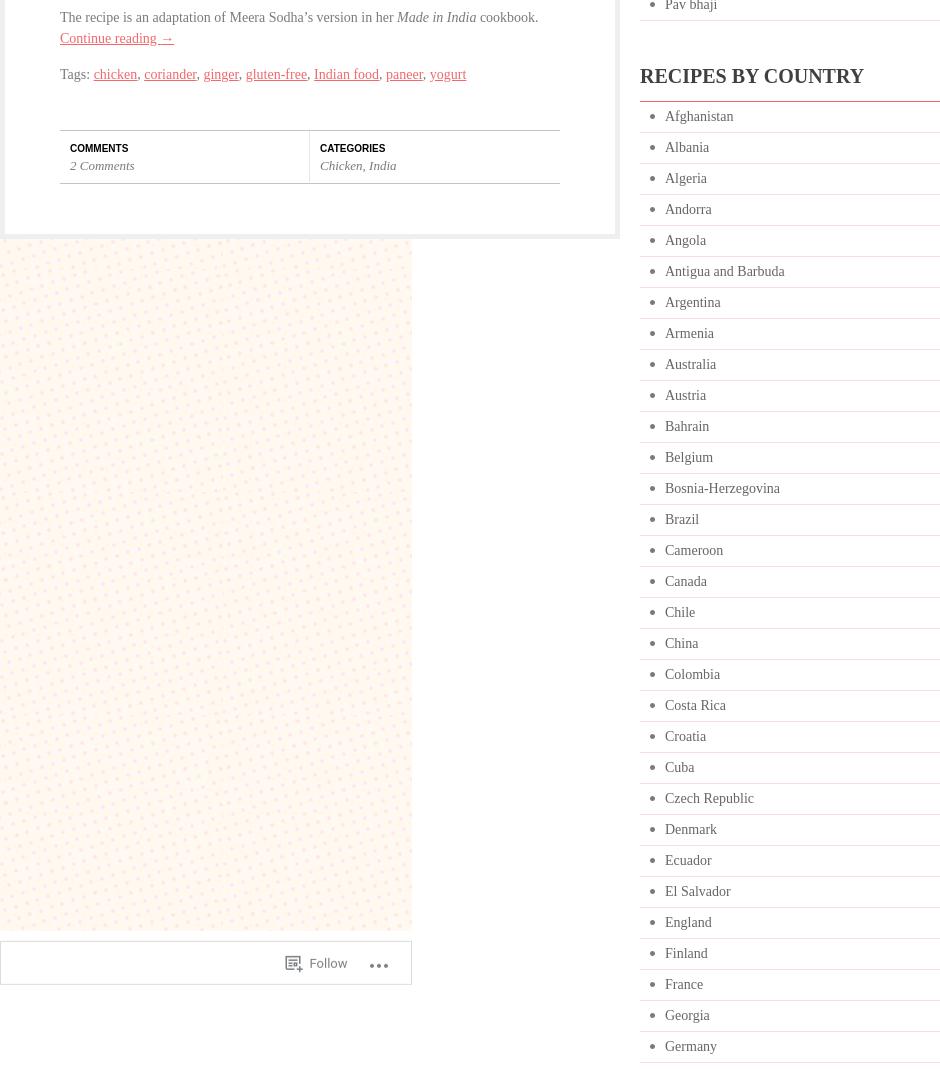  I want to click on 'paneer', so click(384, 72).